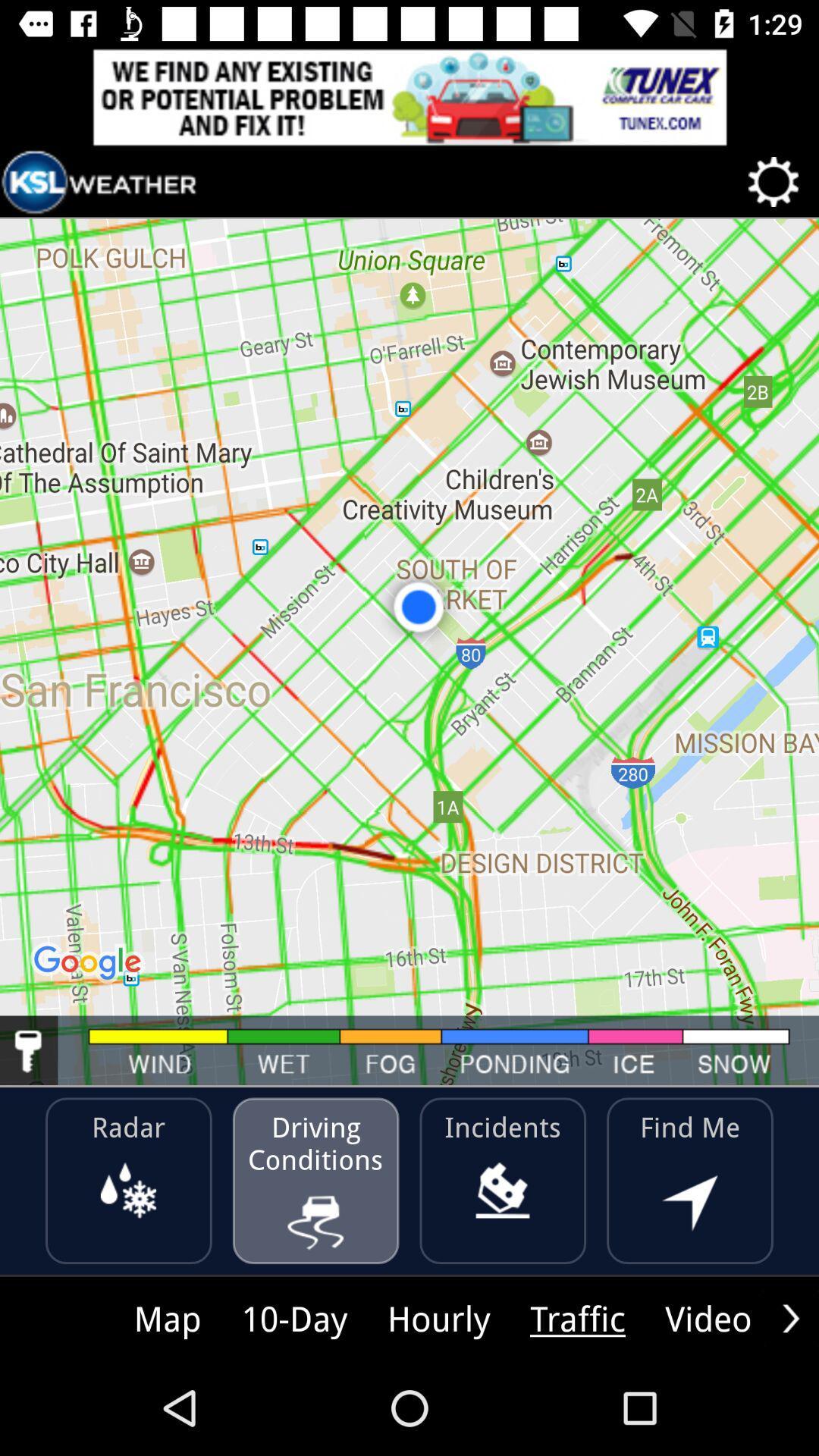 This screenshot has height=1456, width=819. I want to click on ksl weather icon, so click(99, 182).